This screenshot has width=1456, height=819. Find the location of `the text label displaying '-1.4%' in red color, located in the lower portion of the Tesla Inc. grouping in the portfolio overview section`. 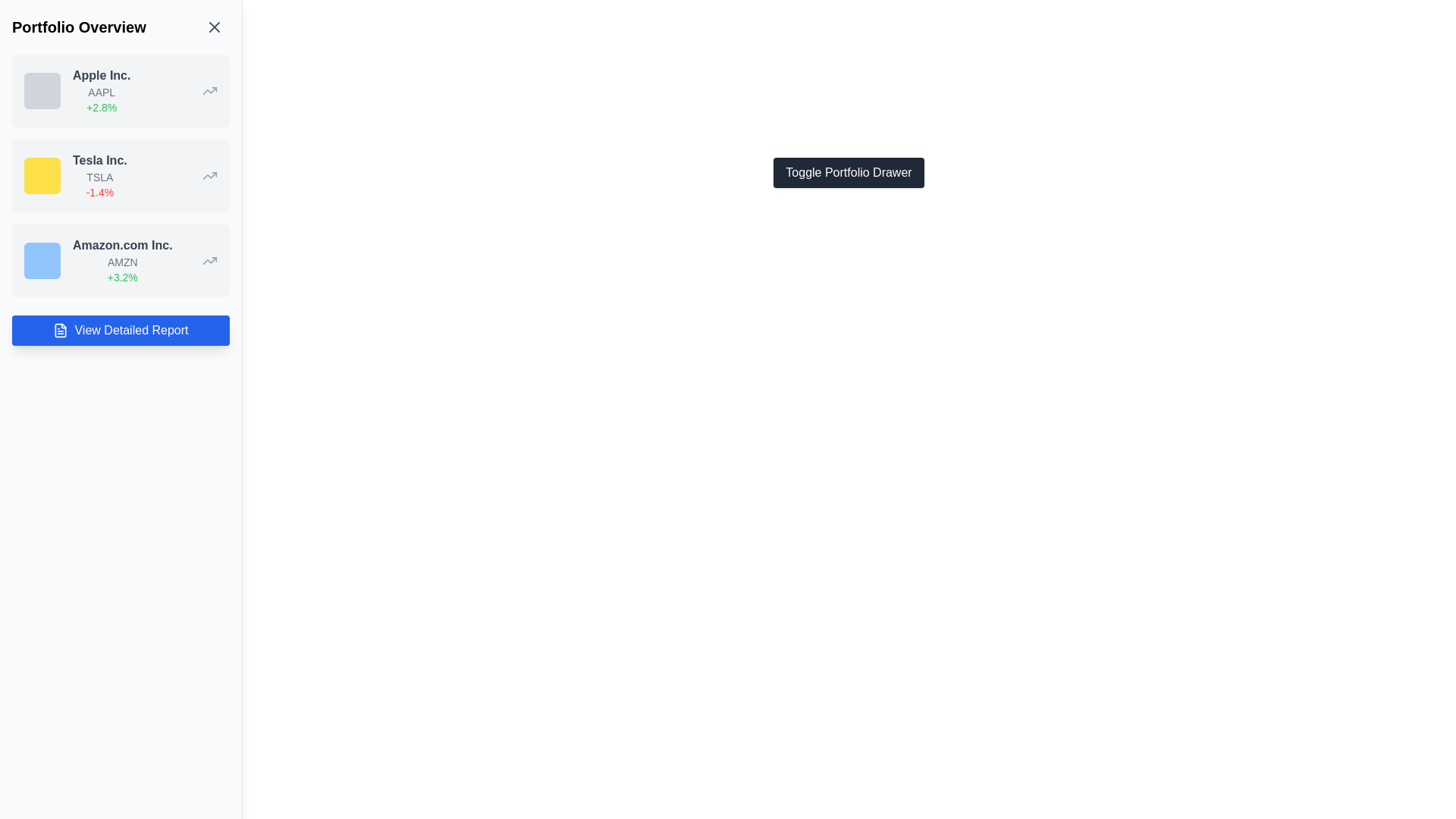

the text label displaying '-1.4%' in red color, located in the lower portion of the Tesla Inc. grouping in the portfolio overview section is located at coordinates (99, 192).